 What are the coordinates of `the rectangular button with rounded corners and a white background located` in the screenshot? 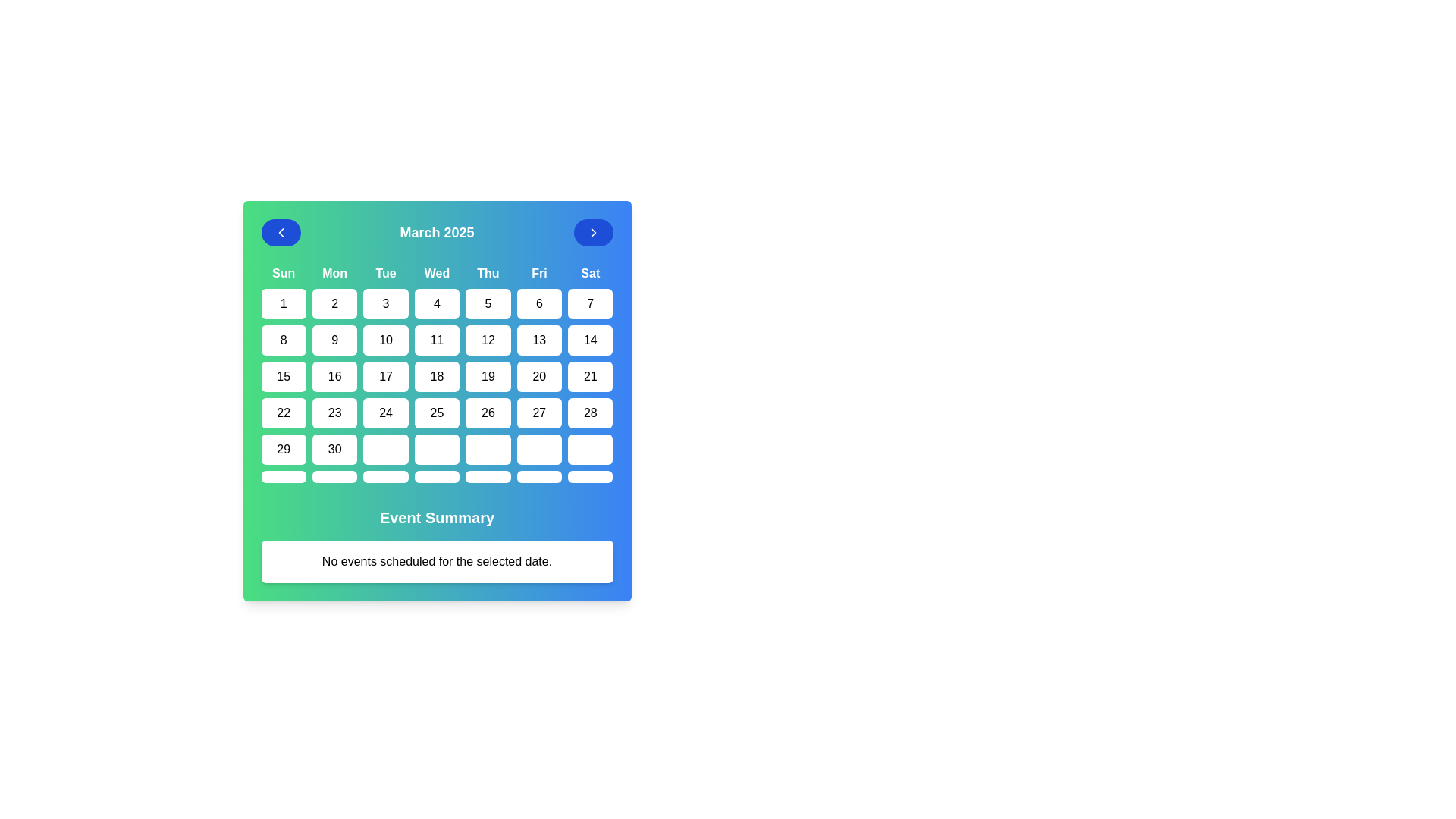 It's located at (539, 449).